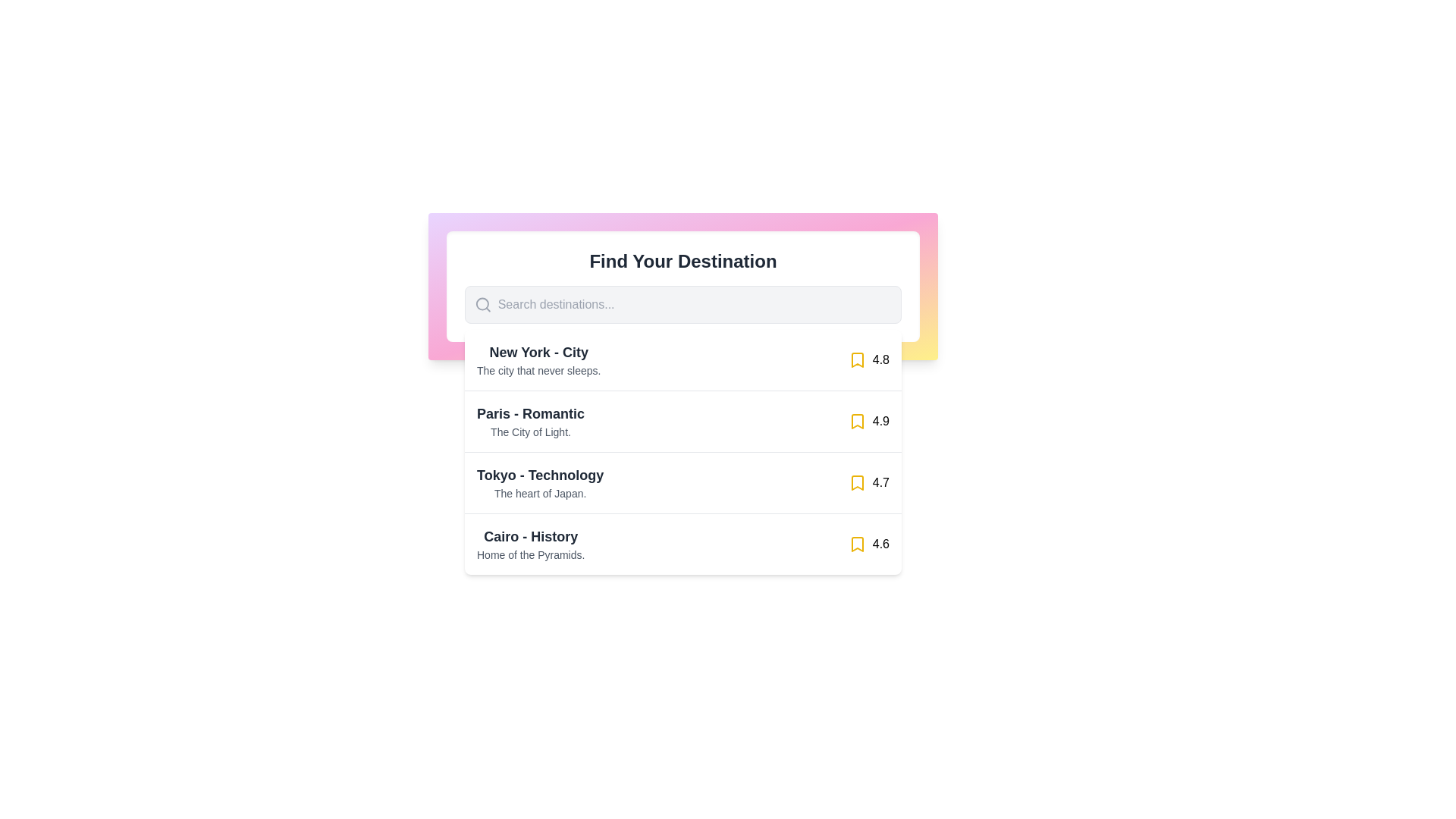 This screenshot has width=1456, height=819. Describe the element at coordinates (540, 482) in the screenshot. I see `the surrounding areas of the text block labeled 'Tokyo - Technology' within the travel destination selection interface, which is located in the third row under 'Find Your Destination'` at that location.